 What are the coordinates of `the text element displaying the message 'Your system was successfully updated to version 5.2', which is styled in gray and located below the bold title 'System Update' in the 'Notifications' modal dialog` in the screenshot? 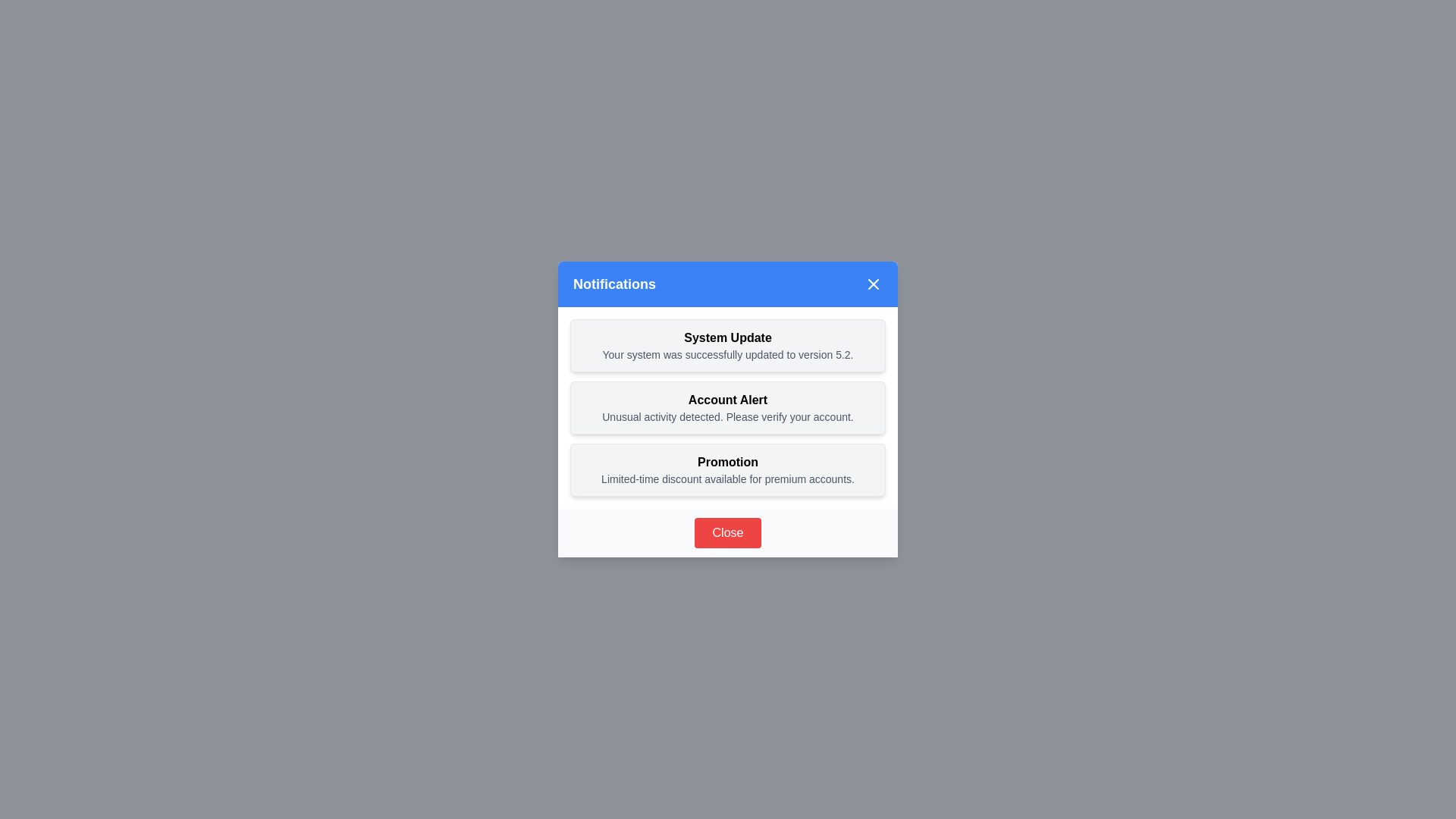 It's located at (728, 354).